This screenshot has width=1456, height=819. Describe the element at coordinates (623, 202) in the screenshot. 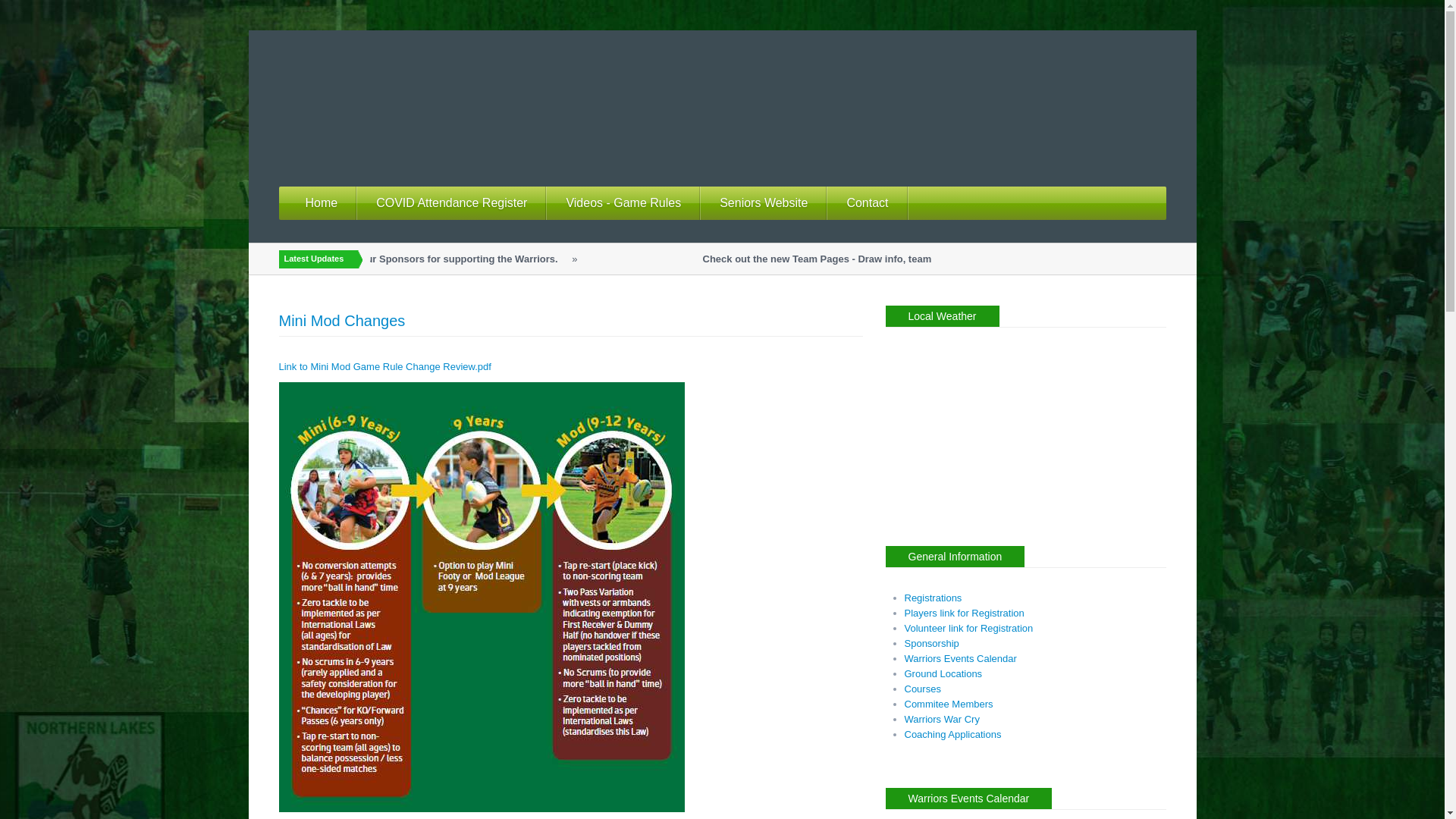

I see `'Videos - Game Rules'` at that location.